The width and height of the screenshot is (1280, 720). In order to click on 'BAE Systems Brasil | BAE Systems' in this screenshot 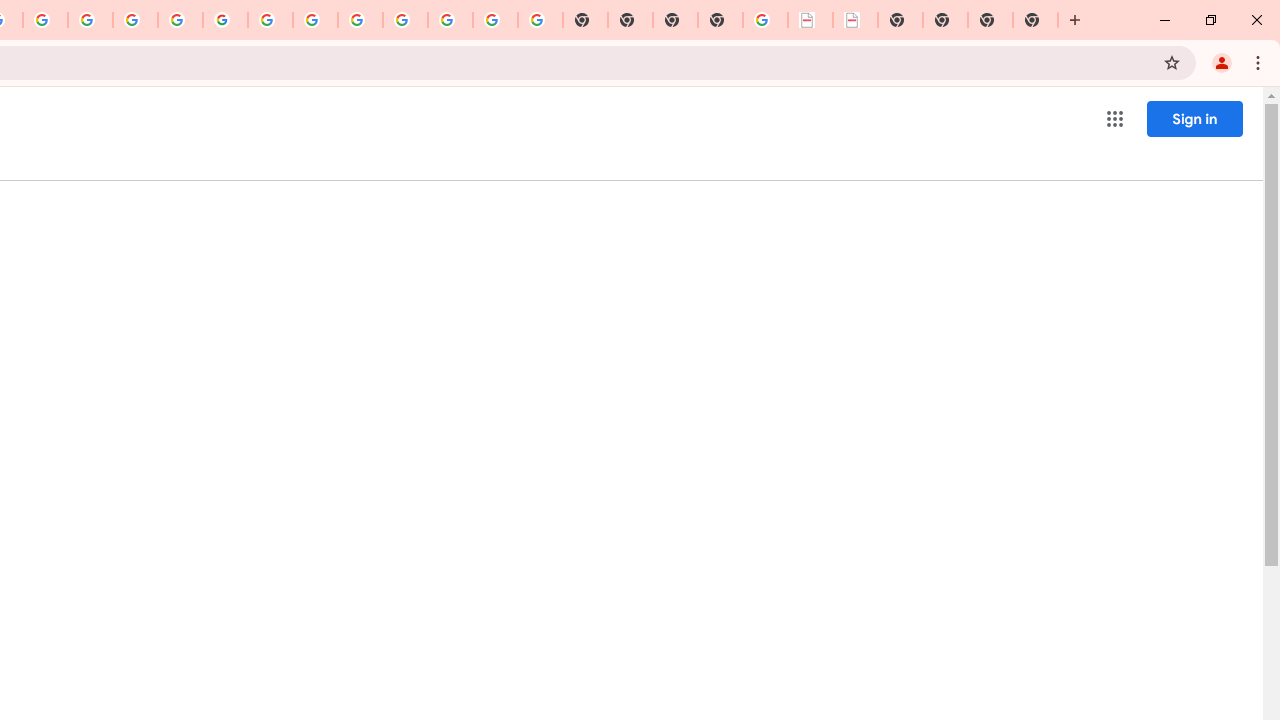, I will do `click(855, 20)`.